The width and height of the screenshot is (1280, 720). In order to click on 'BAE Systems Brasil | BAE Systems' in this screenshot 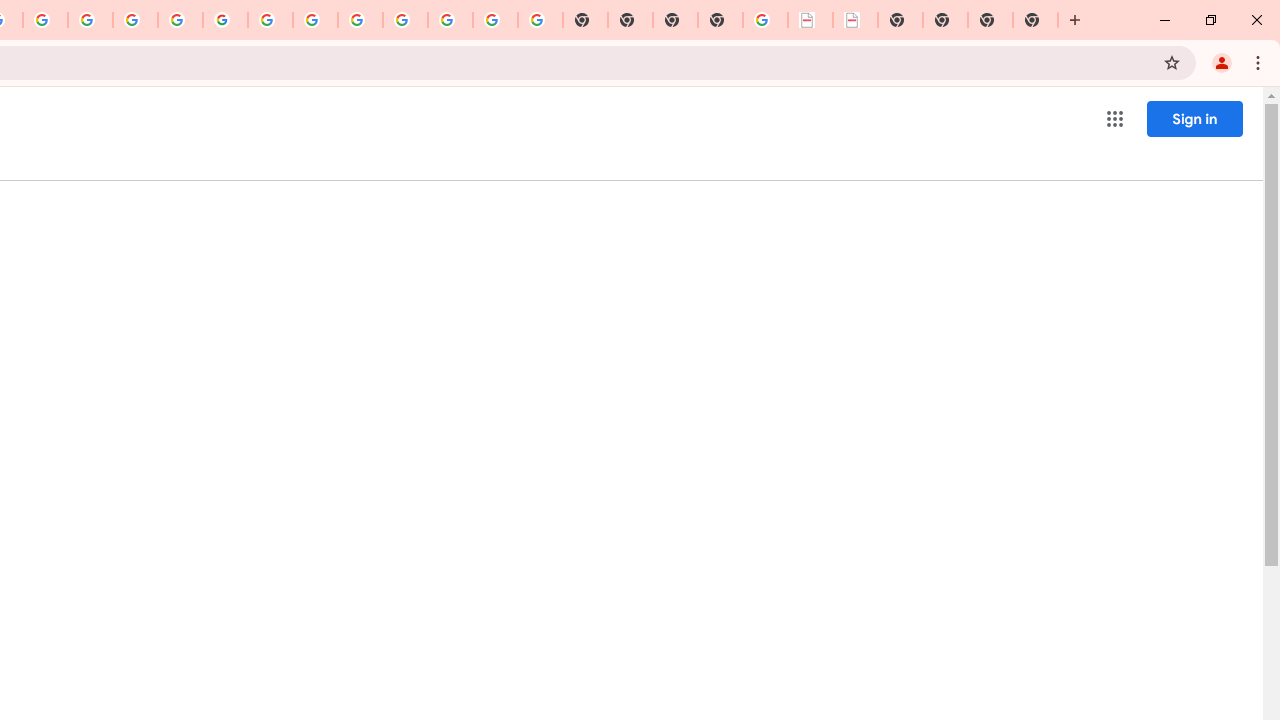, I will do `click(855, 20)`.